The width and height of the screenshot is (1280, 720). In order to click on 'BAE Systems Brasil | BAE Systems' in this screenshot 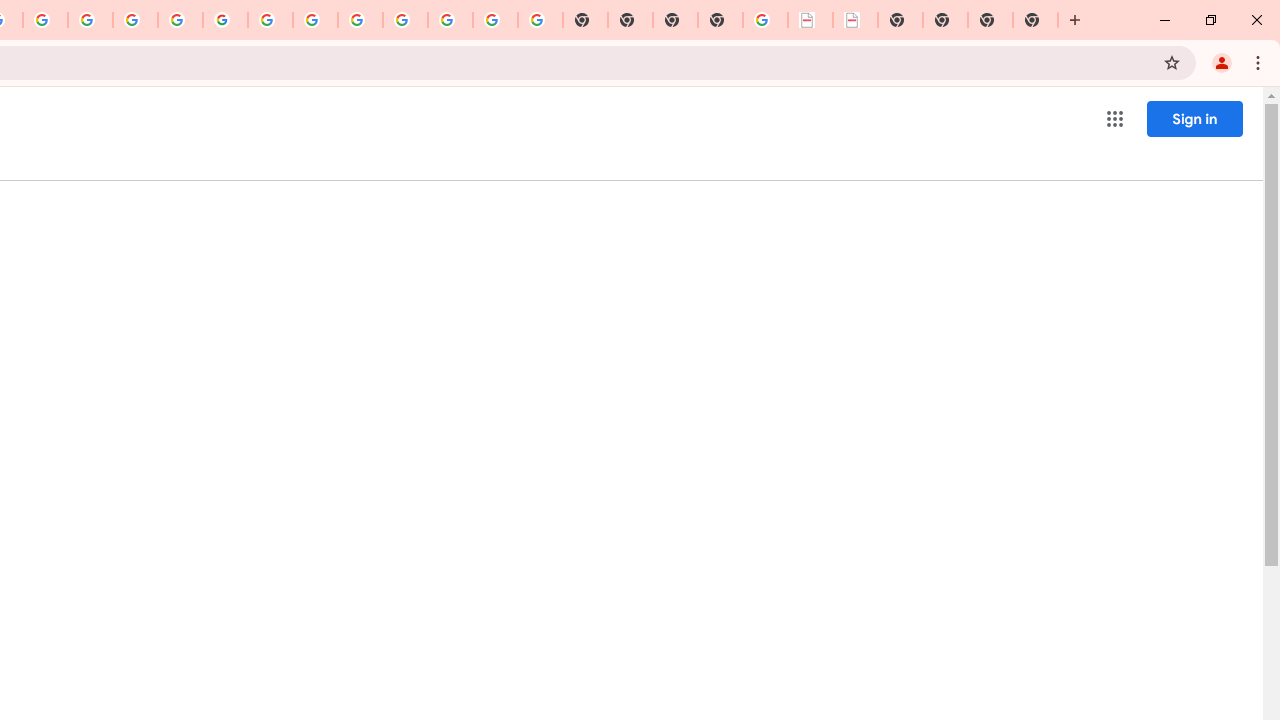, I will do `click(855, 20)`.